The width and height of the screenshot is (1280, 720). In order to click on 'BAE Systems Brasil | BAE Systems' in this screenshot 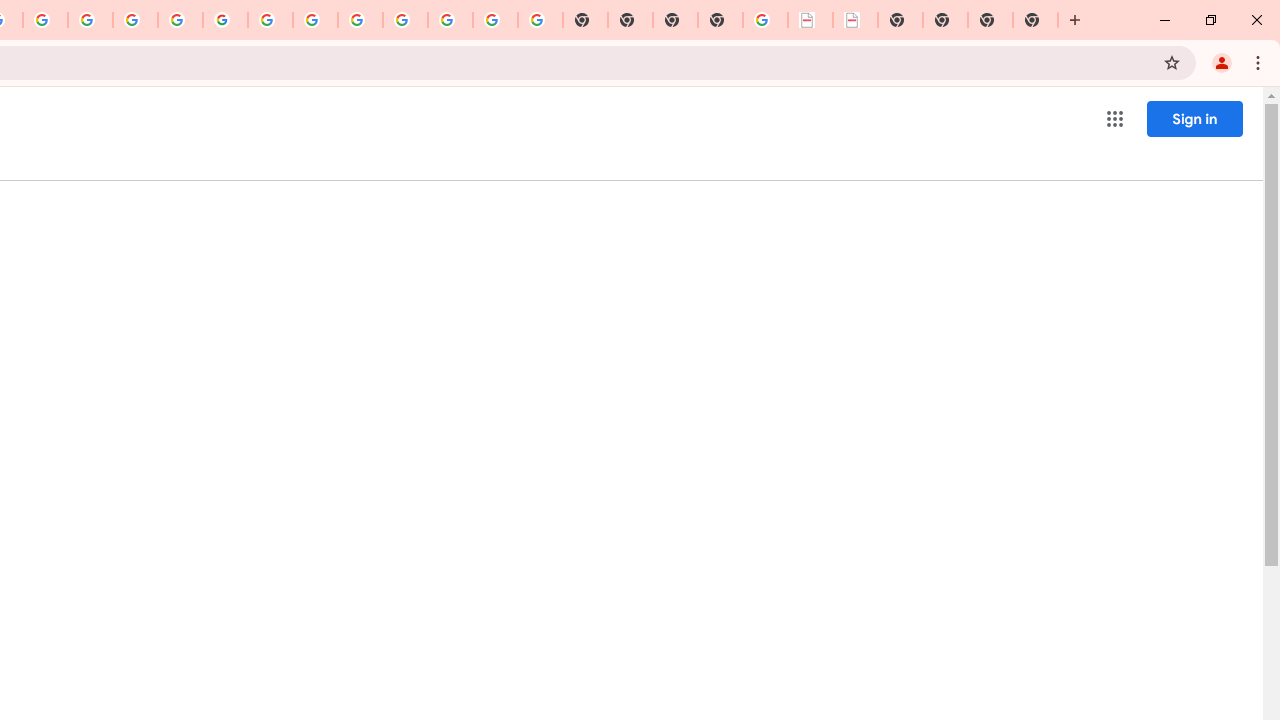, I will do `click(855, 20)`.